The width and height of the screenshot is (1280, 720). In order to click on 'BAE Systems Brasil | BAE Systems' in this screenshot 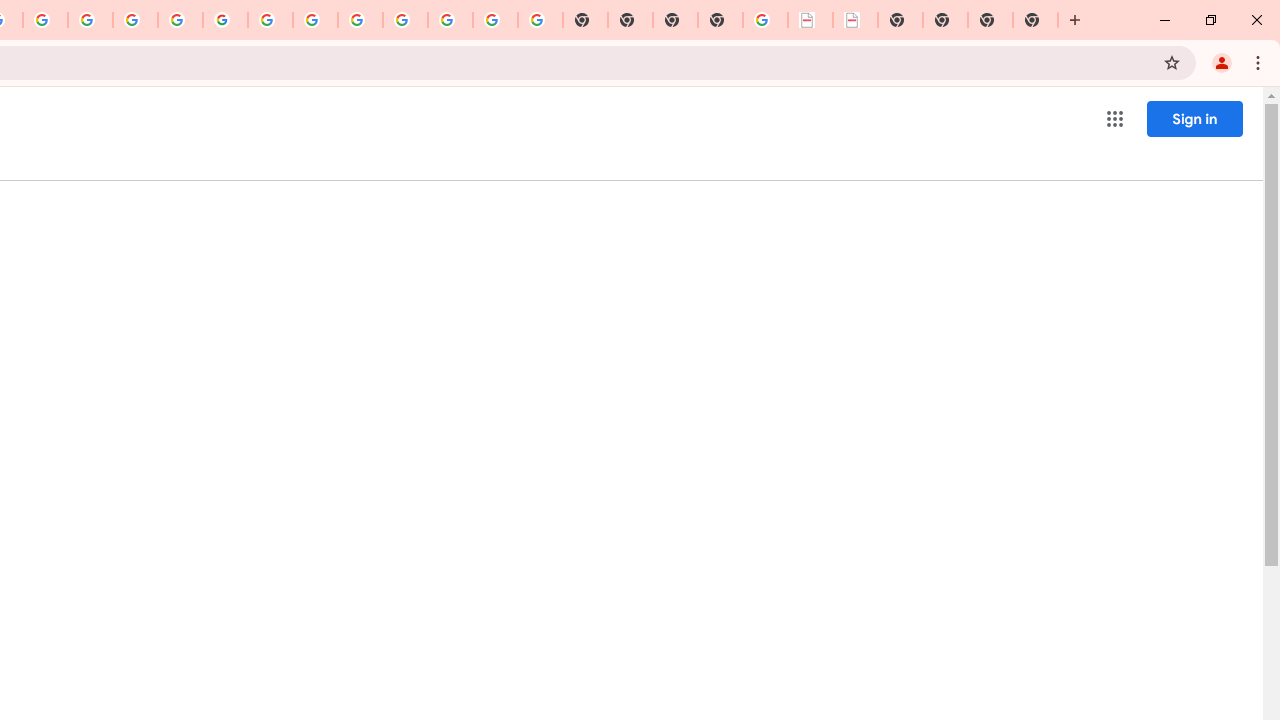, I will do `click(855, 20)`.